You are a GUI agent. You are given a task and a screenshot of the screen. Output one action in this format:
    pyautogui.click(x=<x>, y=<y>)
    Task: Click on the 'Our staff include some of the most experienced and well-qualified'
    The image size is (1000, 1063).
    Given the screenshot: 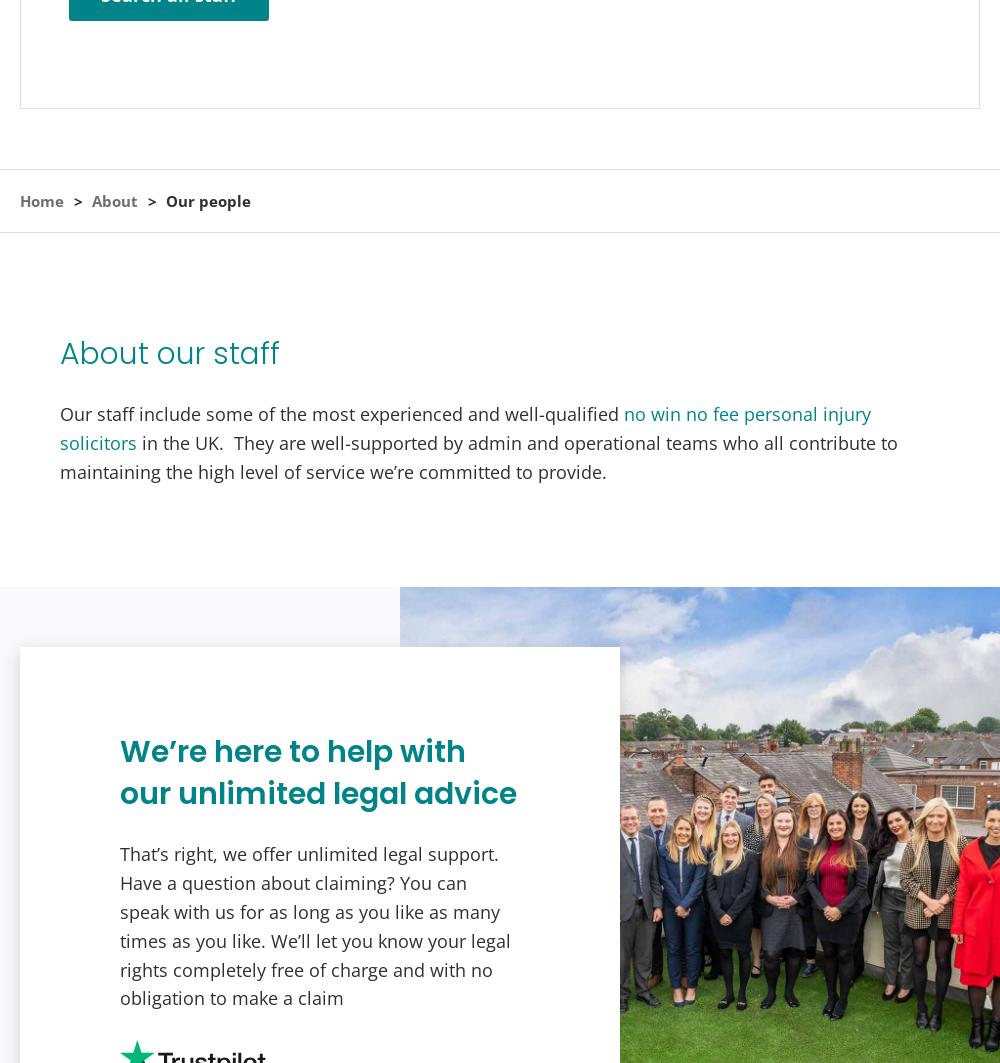 What is the action you would take?
    pyautogui.click(x=341, y=414)
    